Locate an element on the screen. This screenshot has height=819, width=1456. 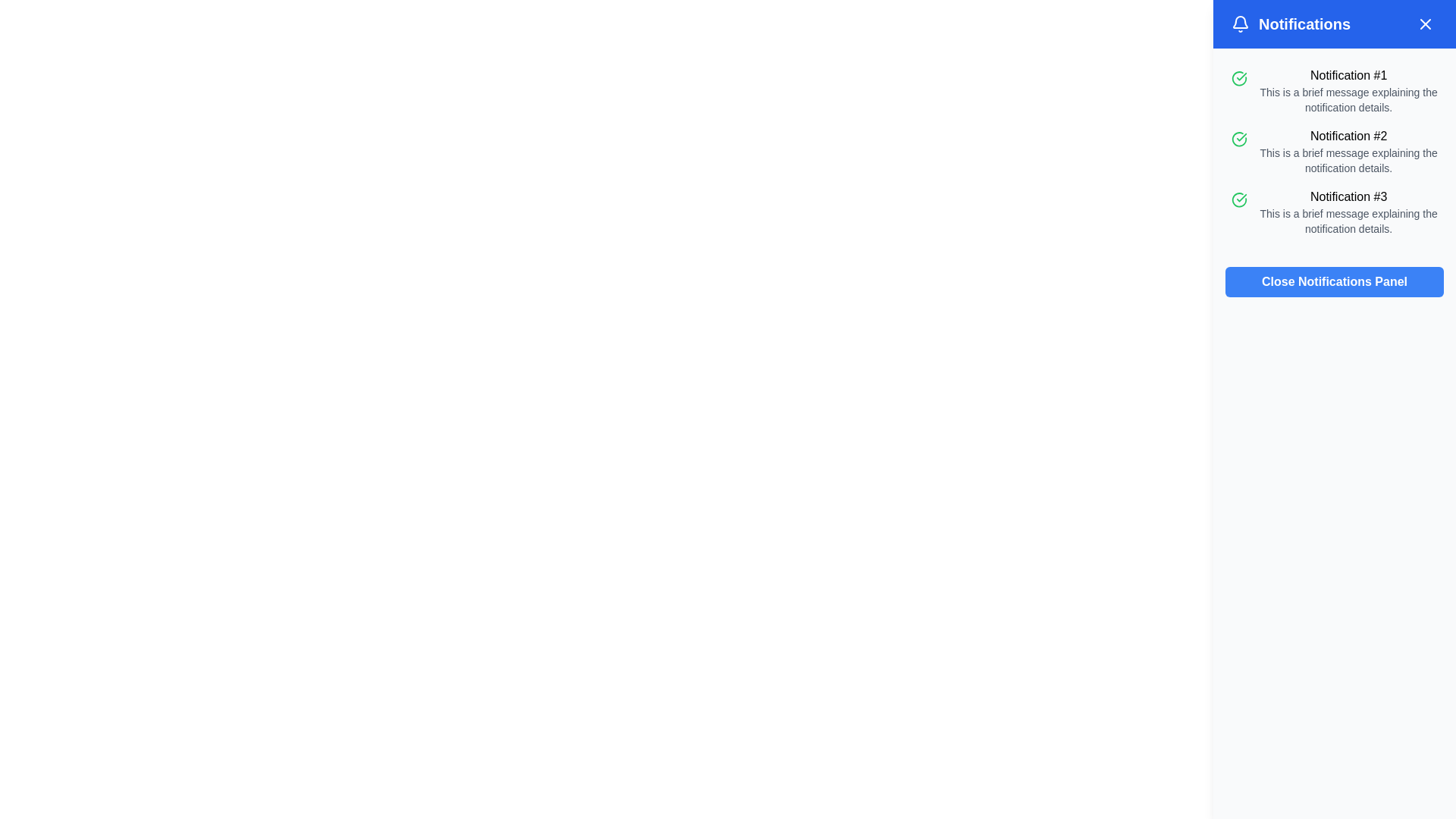
the informational Text element located directly beneath 'Notification #1' in the notifications panel, which is centrally aligned within the panel is located at coordinates (1348, 99).